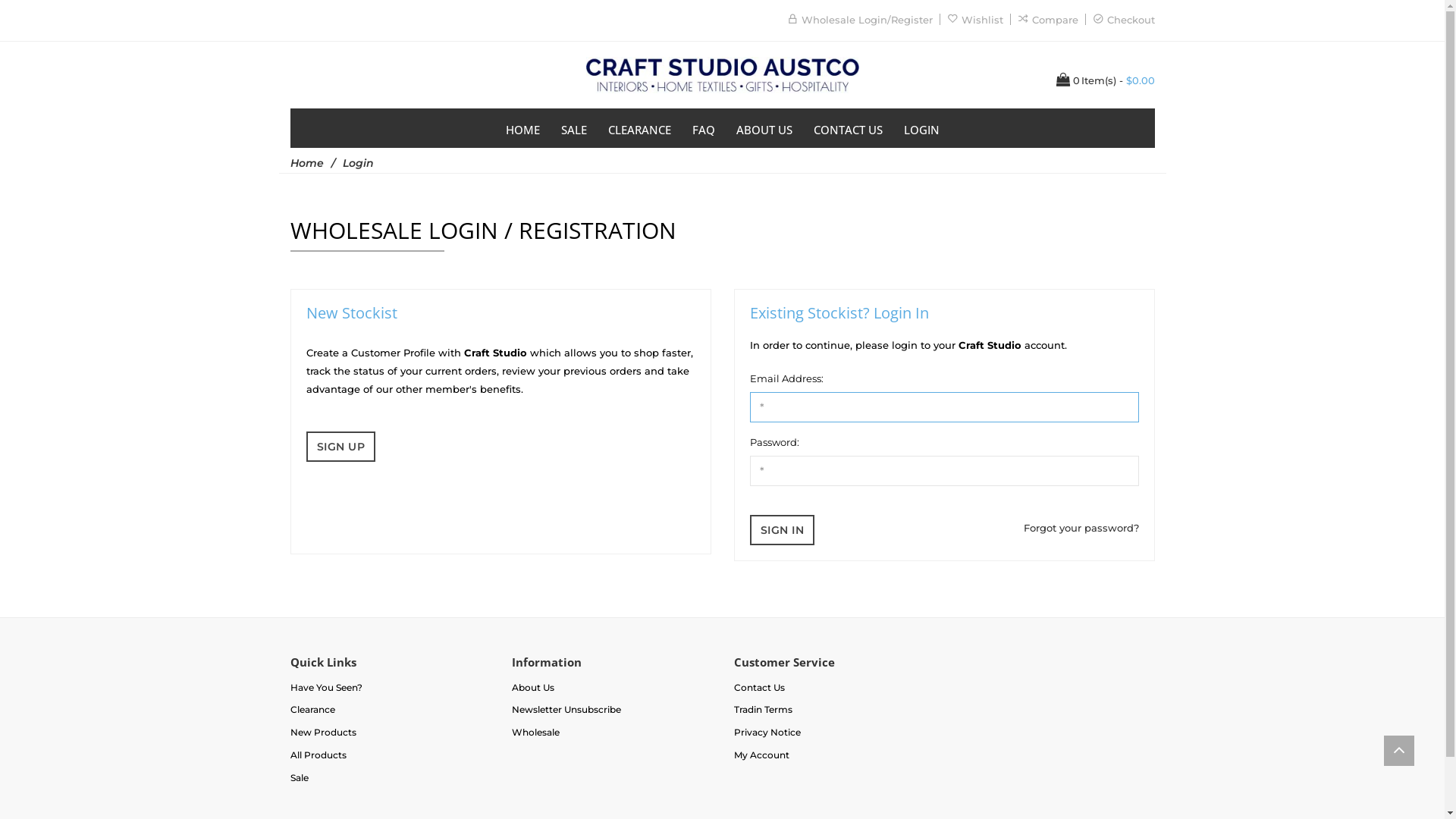 This screenshot has width=1456, height=819. What do you see at coordinates (549, 127) in the screenshot?
I see `'SALE'` at bounding box center [549, 127].